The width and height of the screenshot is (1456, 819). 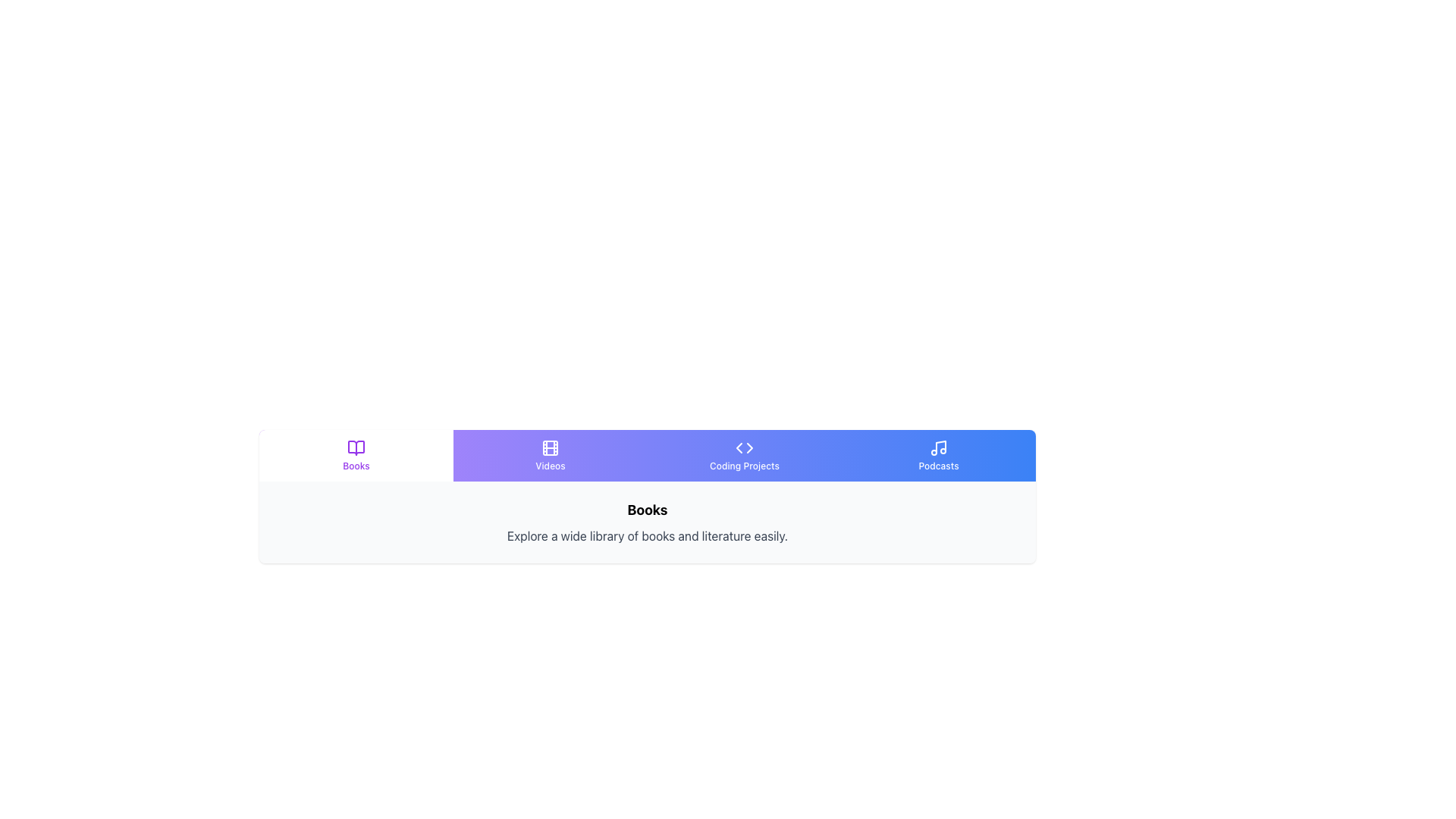 I want to click on the 'Videos' tab, which is the second tab in the navigation menu featuring a film reel icon and transitioning gradient background, so click(x=549, y=455).